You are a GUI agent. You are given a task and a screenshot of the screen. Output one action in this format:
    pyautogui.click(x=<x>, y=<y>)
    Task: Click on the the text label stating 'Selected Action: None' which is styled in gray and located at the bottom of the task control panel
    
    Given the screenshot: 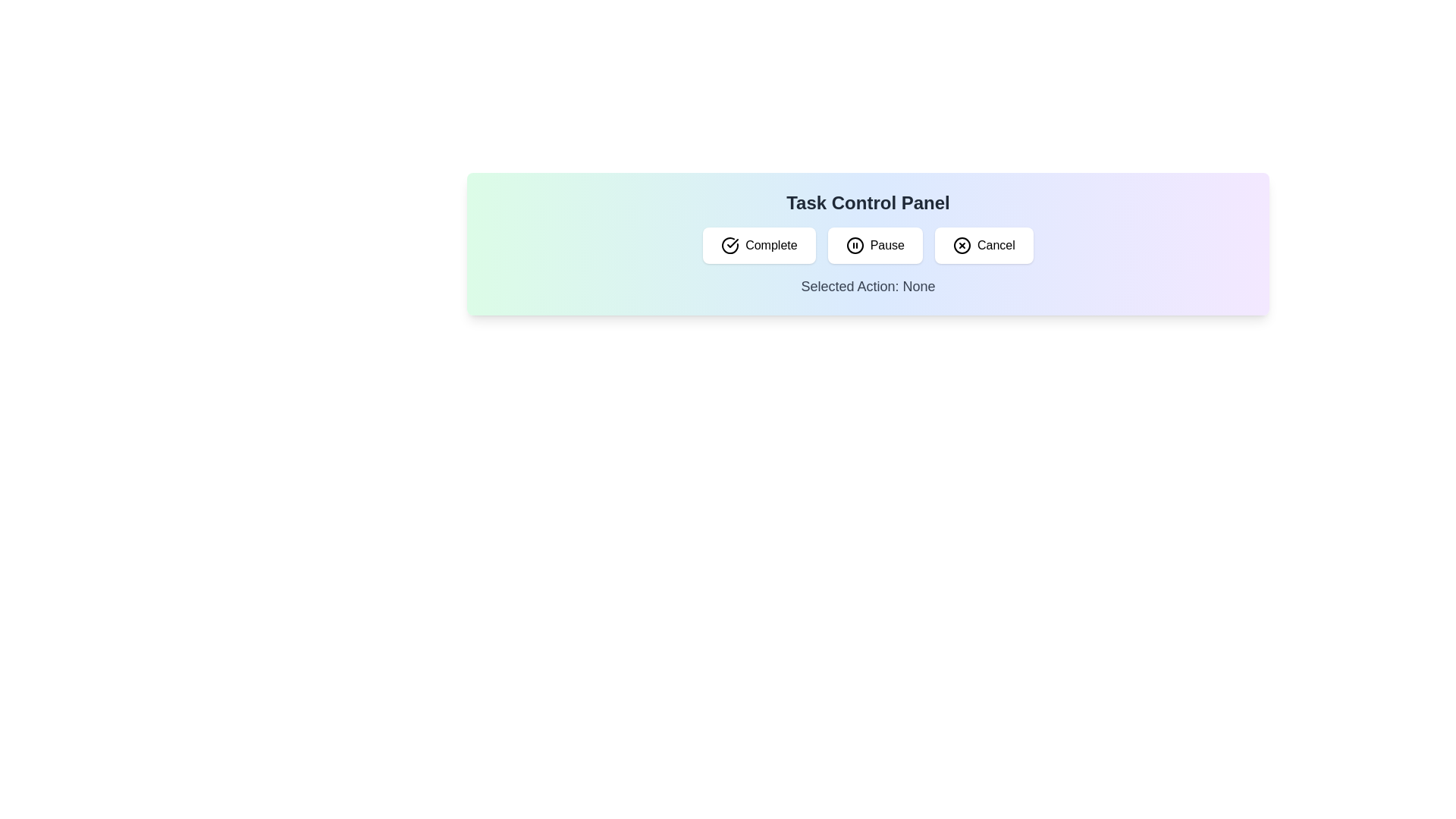 What is the action you would take?
    pyautogui.click(x=868, y=287)
    